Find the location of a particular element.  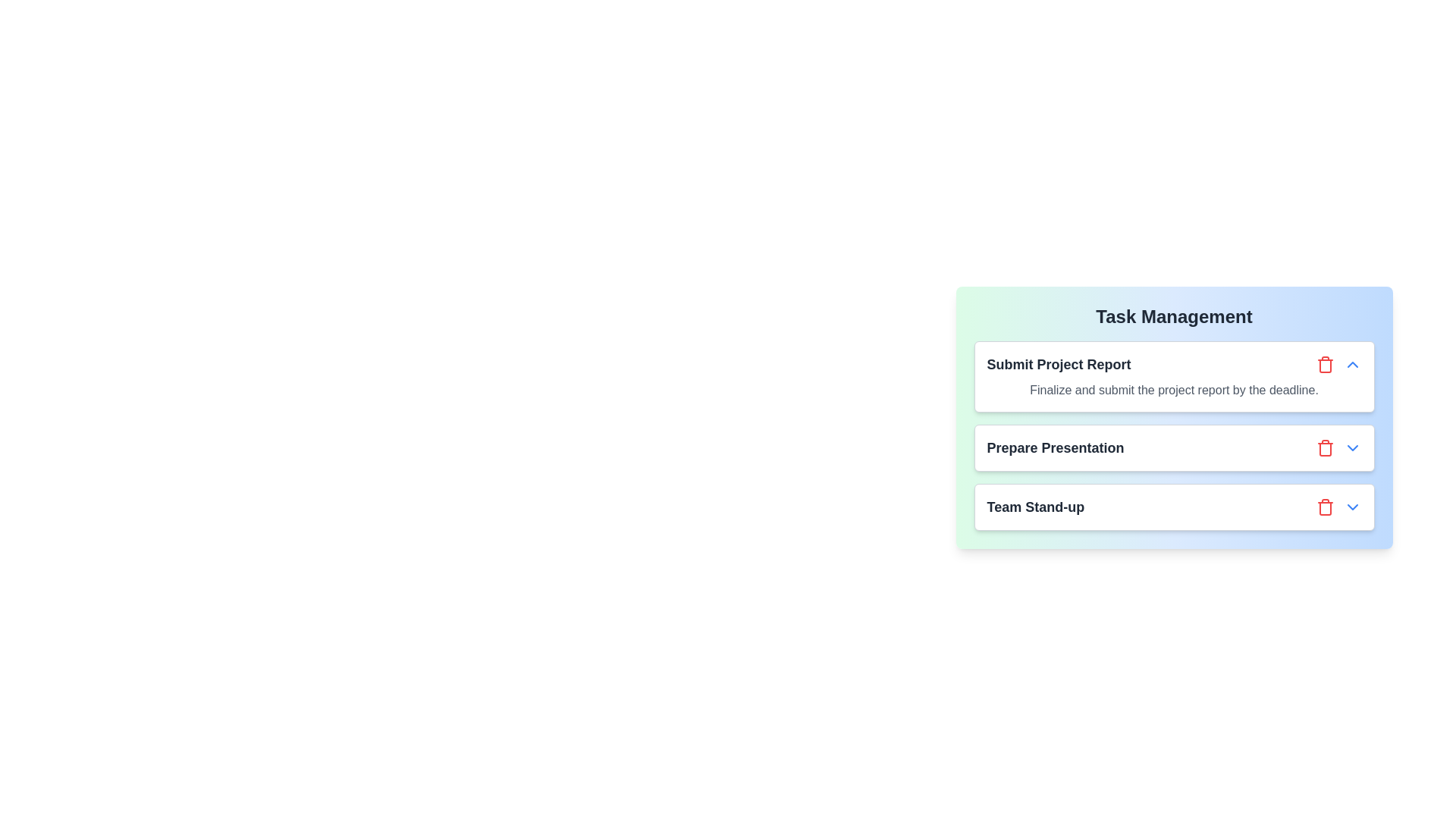

the text label element that reads 'Finalize and submit the project report by the deadline.' which is located beneath the 'Submit Project Report' label in the 'Task Management' panel is located at coordinates (1173, 390).